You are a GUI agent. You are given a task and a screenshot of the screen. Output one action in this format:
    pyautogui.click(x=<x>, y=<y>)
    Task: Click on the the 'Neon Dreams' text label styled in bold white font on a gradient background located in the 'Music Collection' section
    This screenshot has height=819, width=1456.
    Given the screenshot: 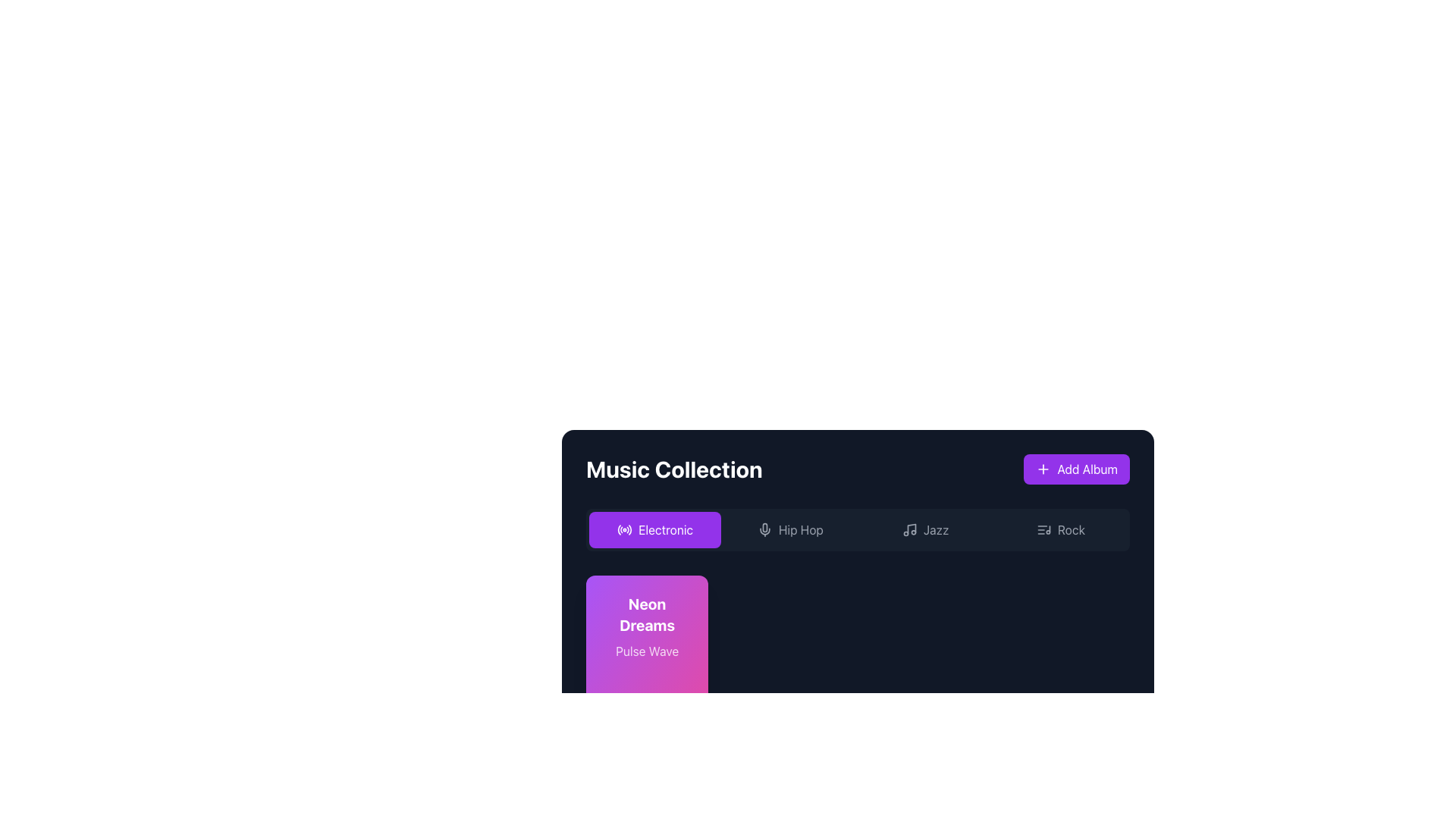 What is the action you would take?
    pyautogui.click(x=647, y=614)
    